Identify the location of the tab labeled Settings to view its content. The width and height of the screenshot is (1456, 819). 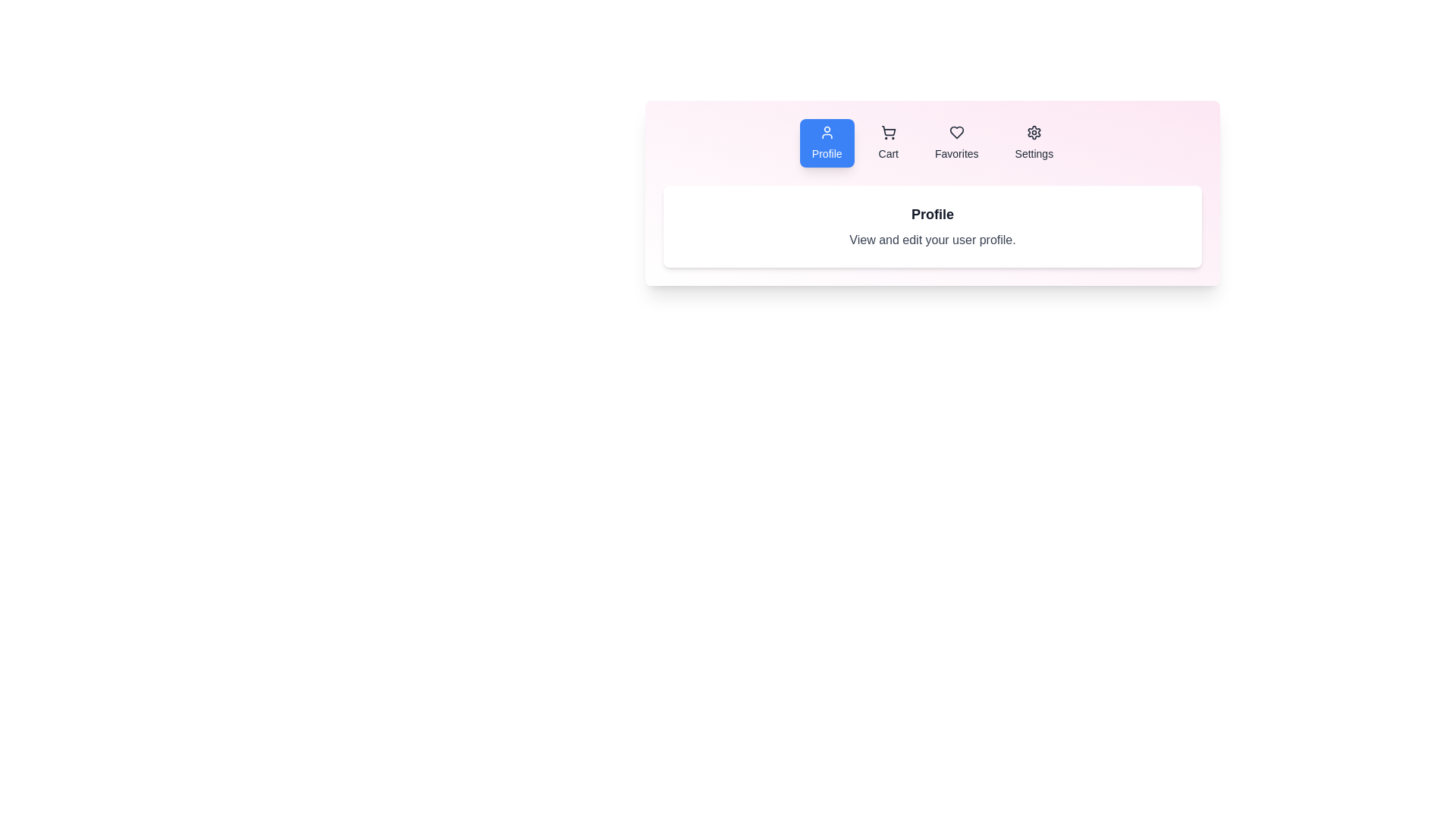
(1033, 143).